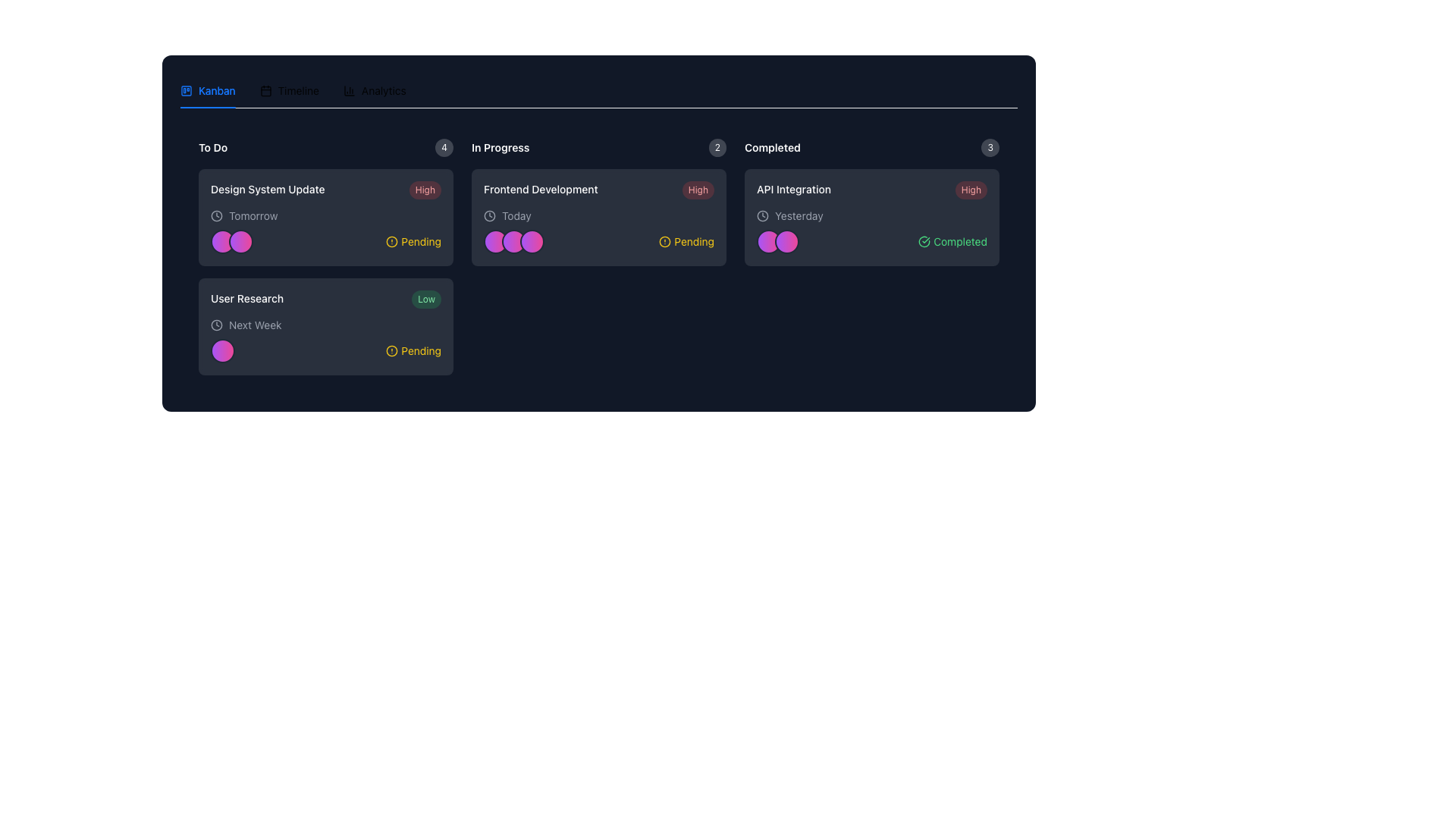 The height and width of the screenshot is (819, 1456). Describe the element at coordinates (444, 148) in the screenshot. I see `the circular badge containing the number '4', which is positioned to the right of the 'To Do' header` at that location.